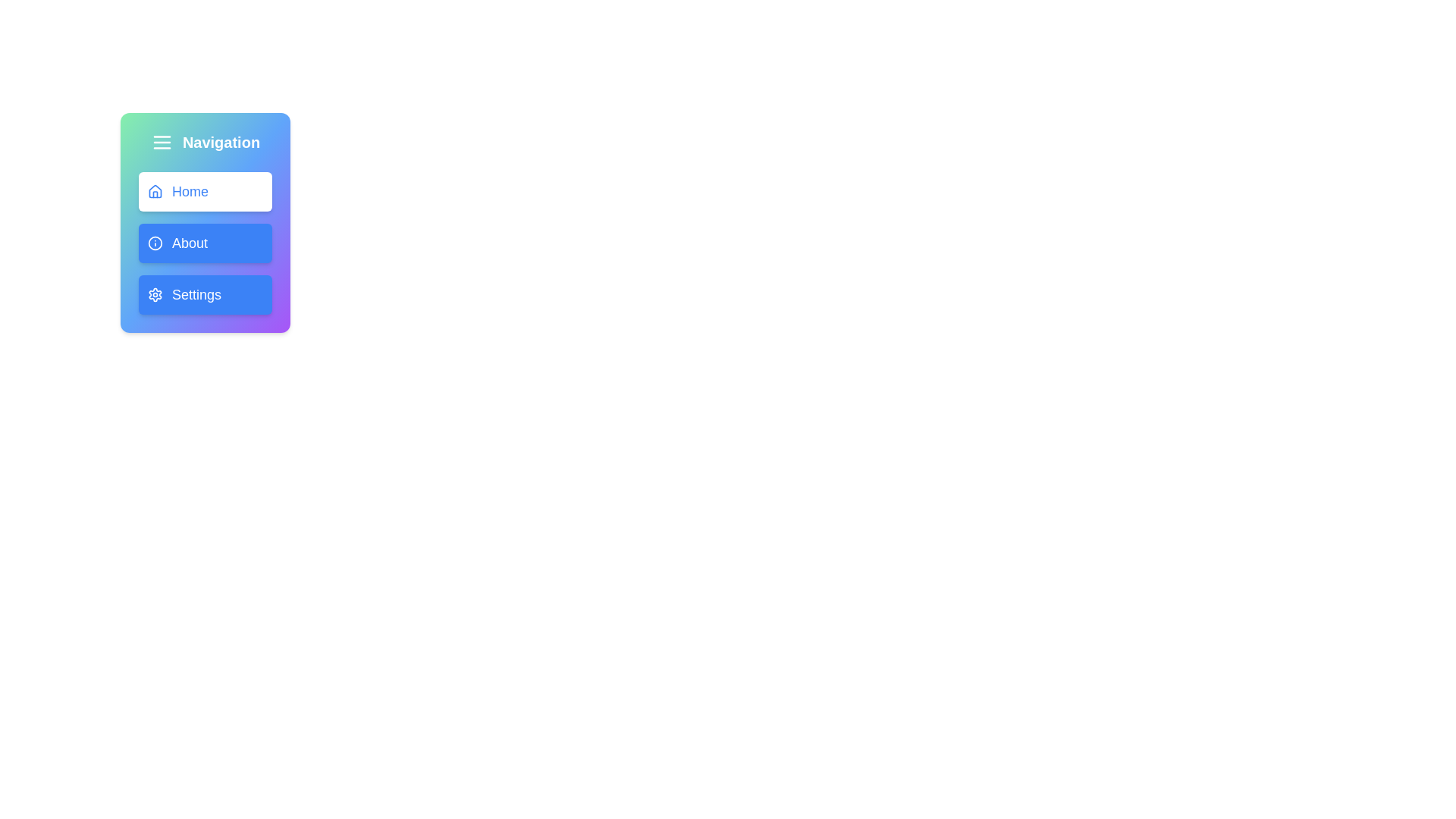 This screenshot has height=819, width=1456. Describe the element at coordinates (221, 143) in the screenshot. I see `the bold text label 'Navigation' styled in white font located in the top section of a blue gradient sidebar interface` at that location.